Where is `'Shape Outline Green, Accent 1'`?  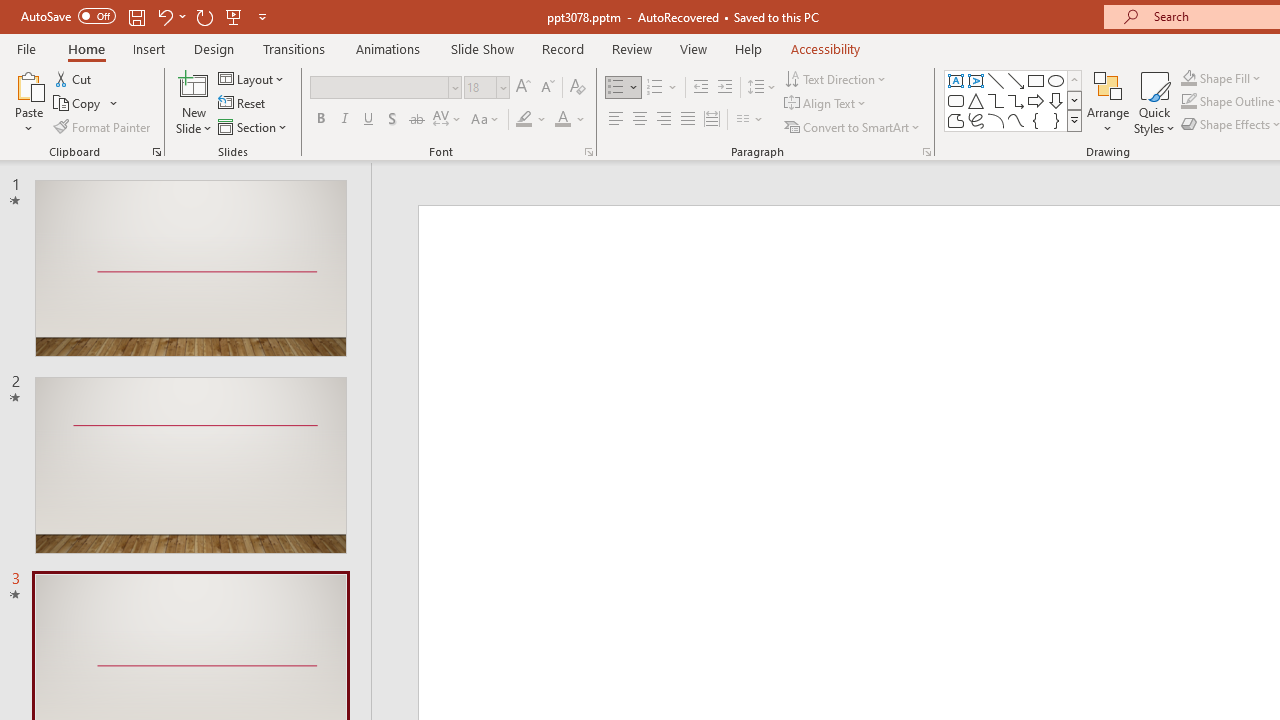 'Shape Outline Green, Accent 1' is located at coordinates (1189, 101).